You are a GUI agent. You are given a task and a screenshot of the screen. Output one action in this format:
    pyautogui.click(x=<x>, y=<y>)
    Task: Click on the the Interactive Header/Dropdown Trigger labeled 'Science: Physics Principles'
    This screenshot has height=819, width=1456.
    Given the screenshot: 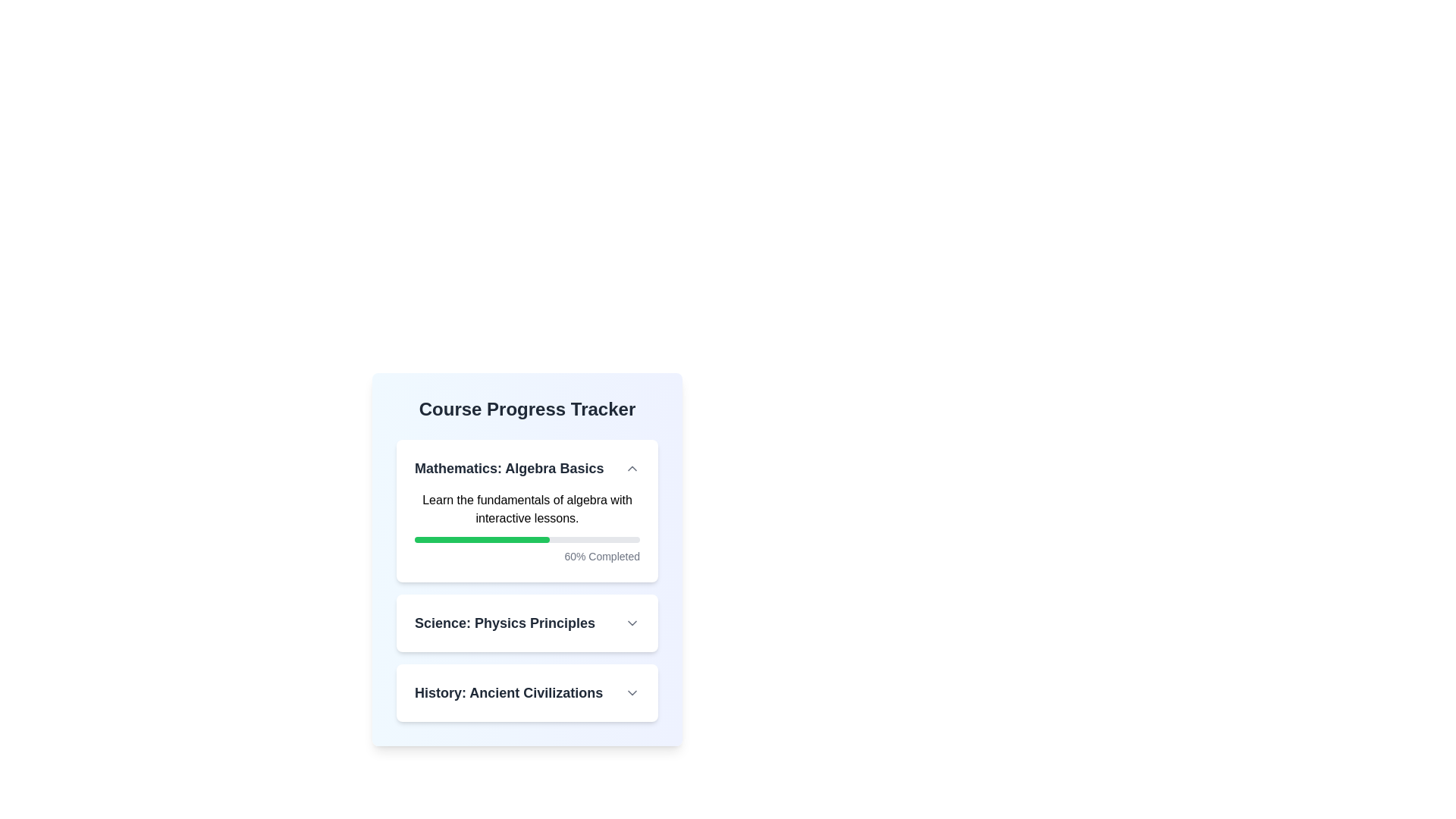 What is the action you would take?
    pyautogui.click(x=527, y=623)
    